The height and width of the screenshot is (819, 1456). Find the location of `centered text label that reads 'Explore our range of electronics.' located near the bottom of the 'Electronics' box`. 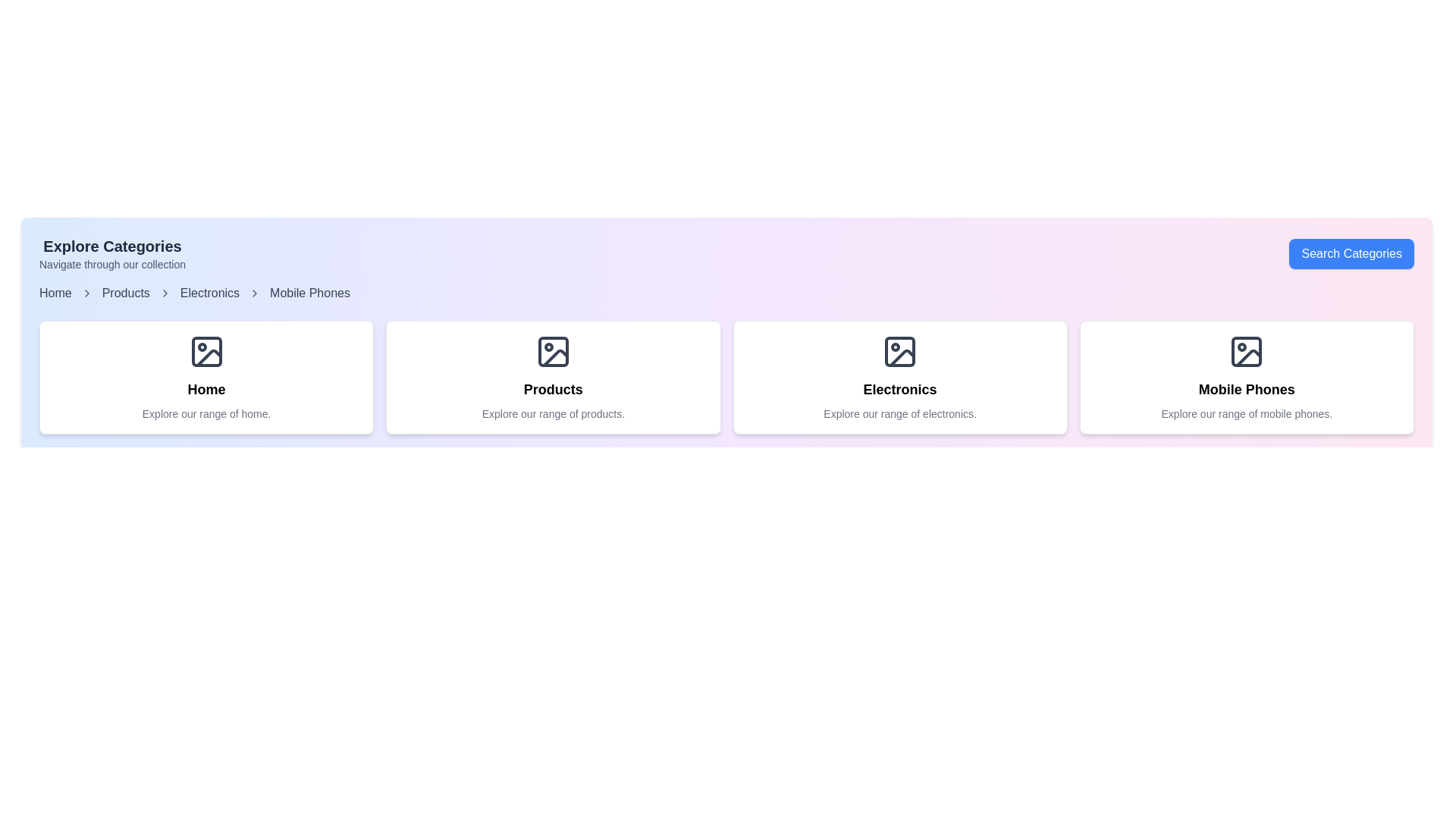

centered text label that reads 'Explore our range of electronics.' located near the bottom of the 'Electronics' box is located at coordinates (900, 414).